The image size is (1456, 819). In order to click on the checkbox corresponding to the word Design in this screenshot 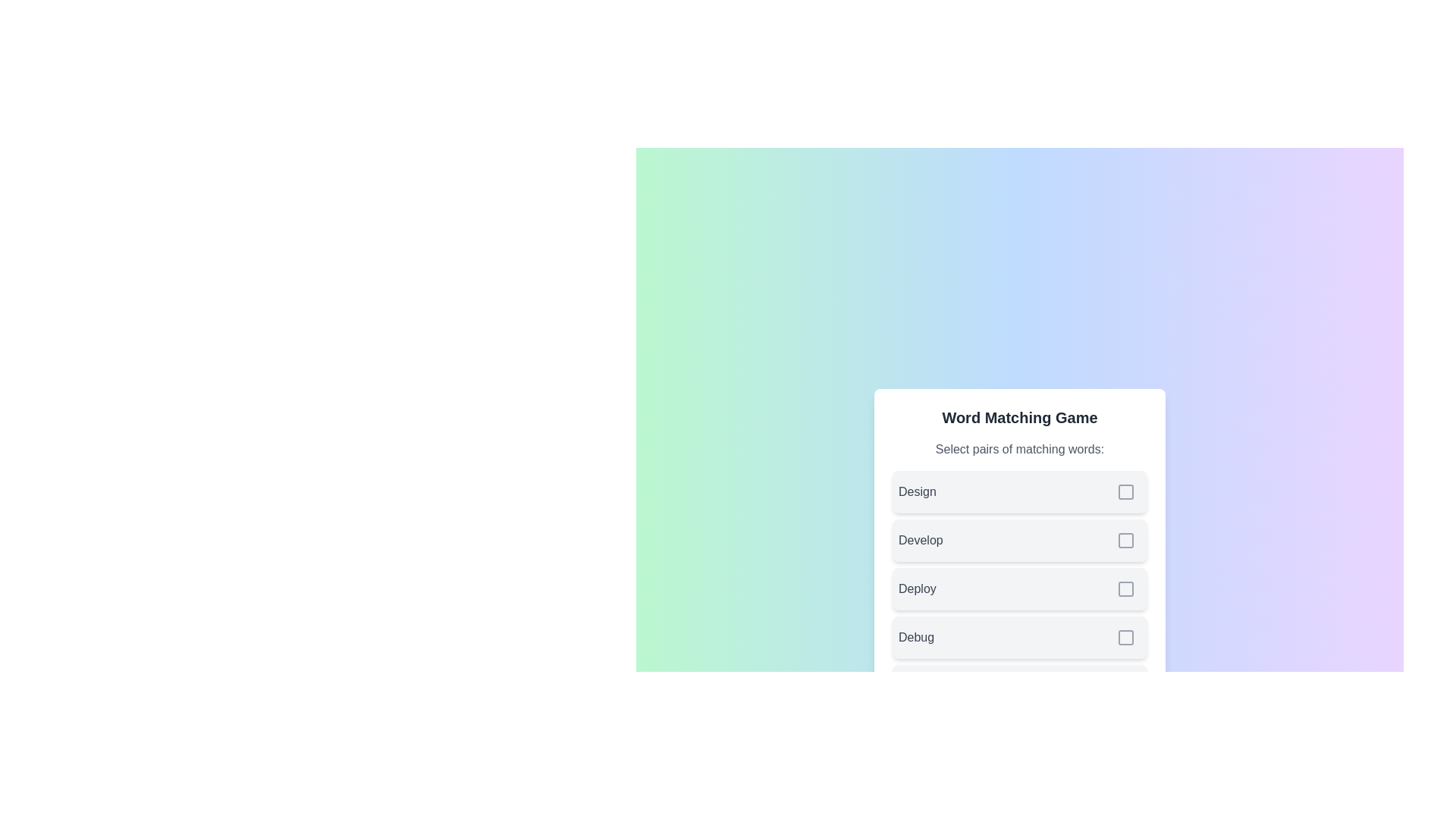, I will do `click(1125, 491)`.